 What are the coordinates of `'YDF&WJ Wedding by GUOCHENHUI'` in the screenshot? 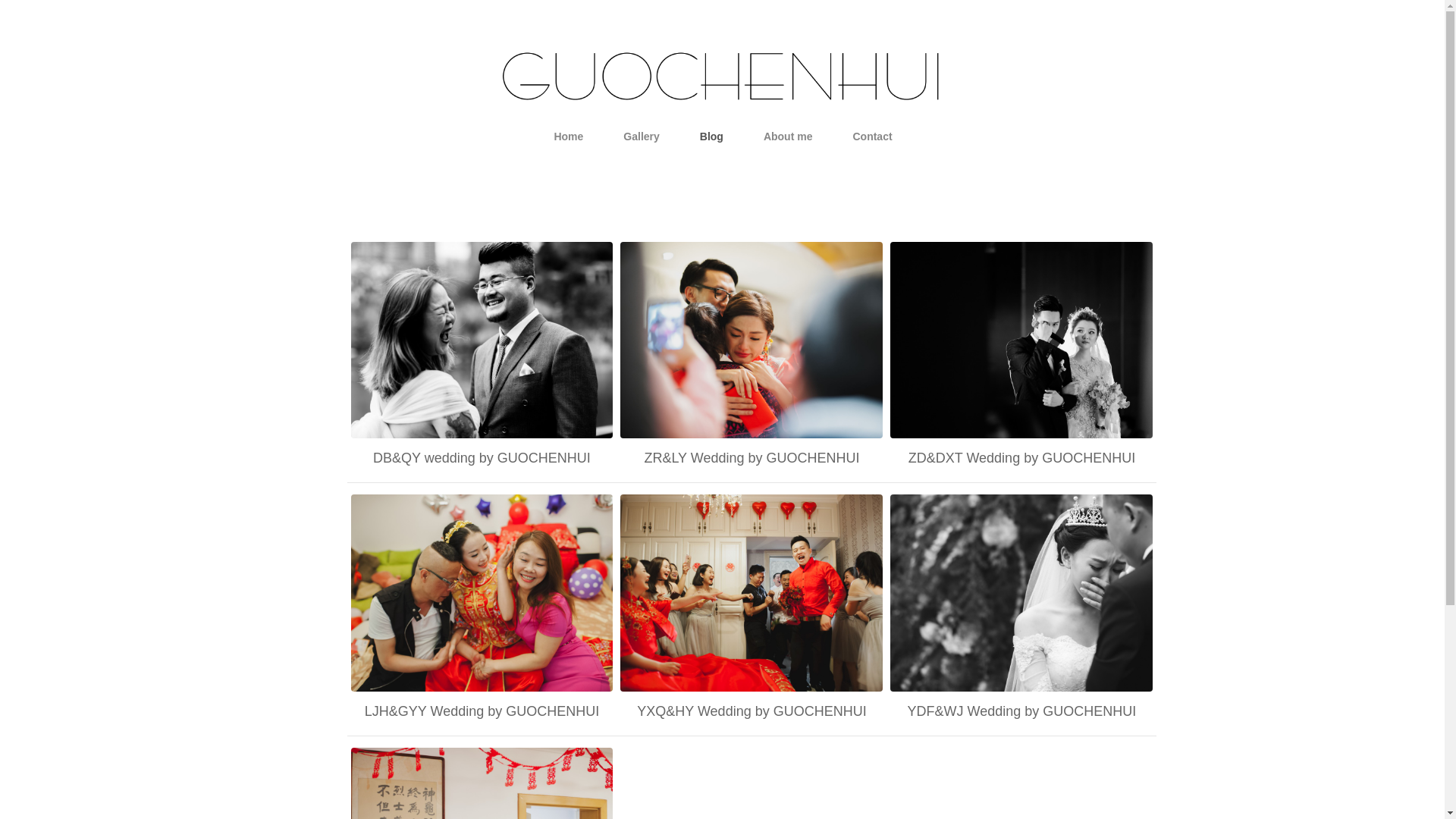 It's located at (1021, 711).